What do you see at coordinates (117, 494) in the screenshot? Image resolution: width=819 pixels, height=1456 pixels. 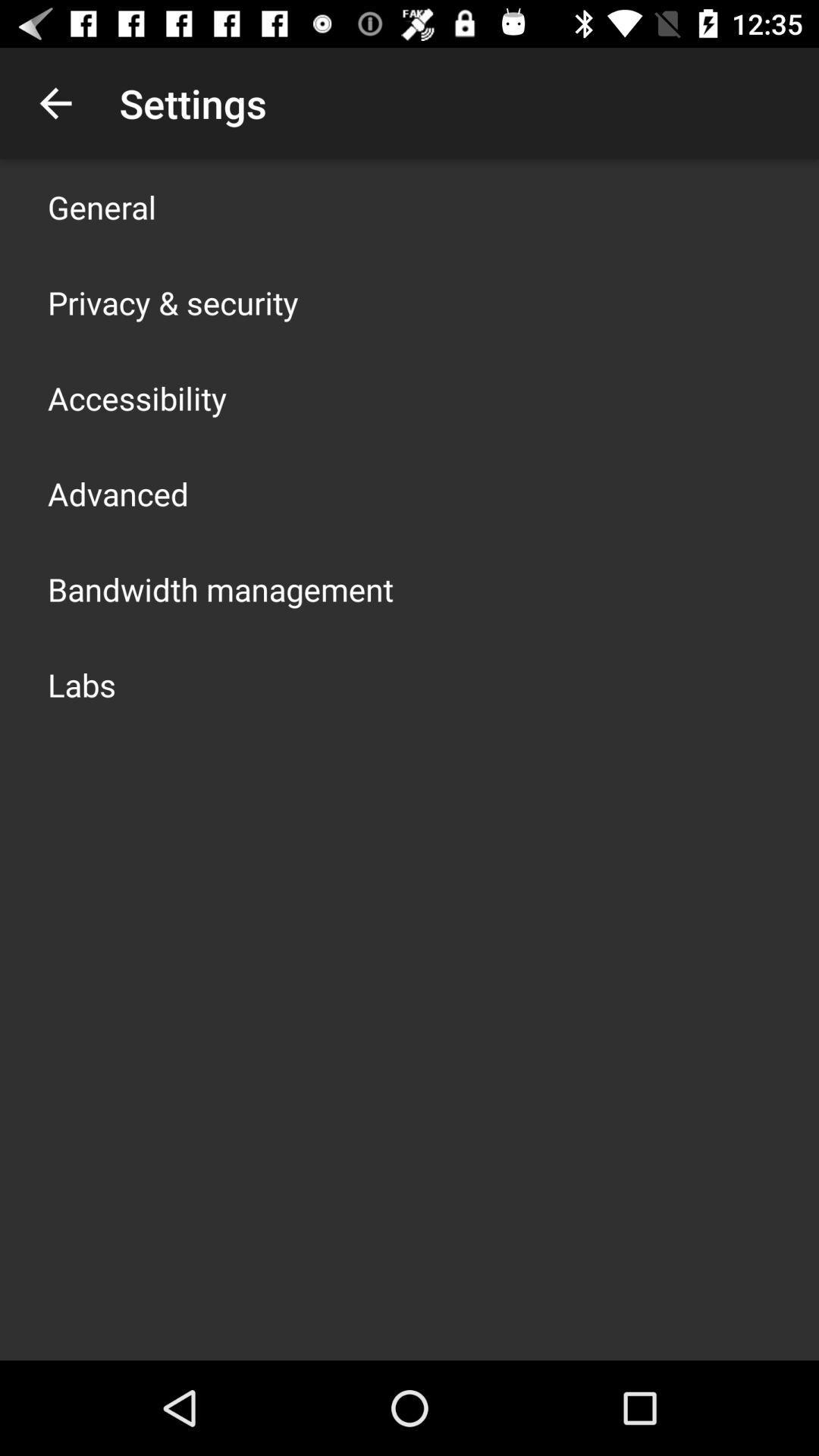 I see `the advanced` at bounding box center [117, 494].